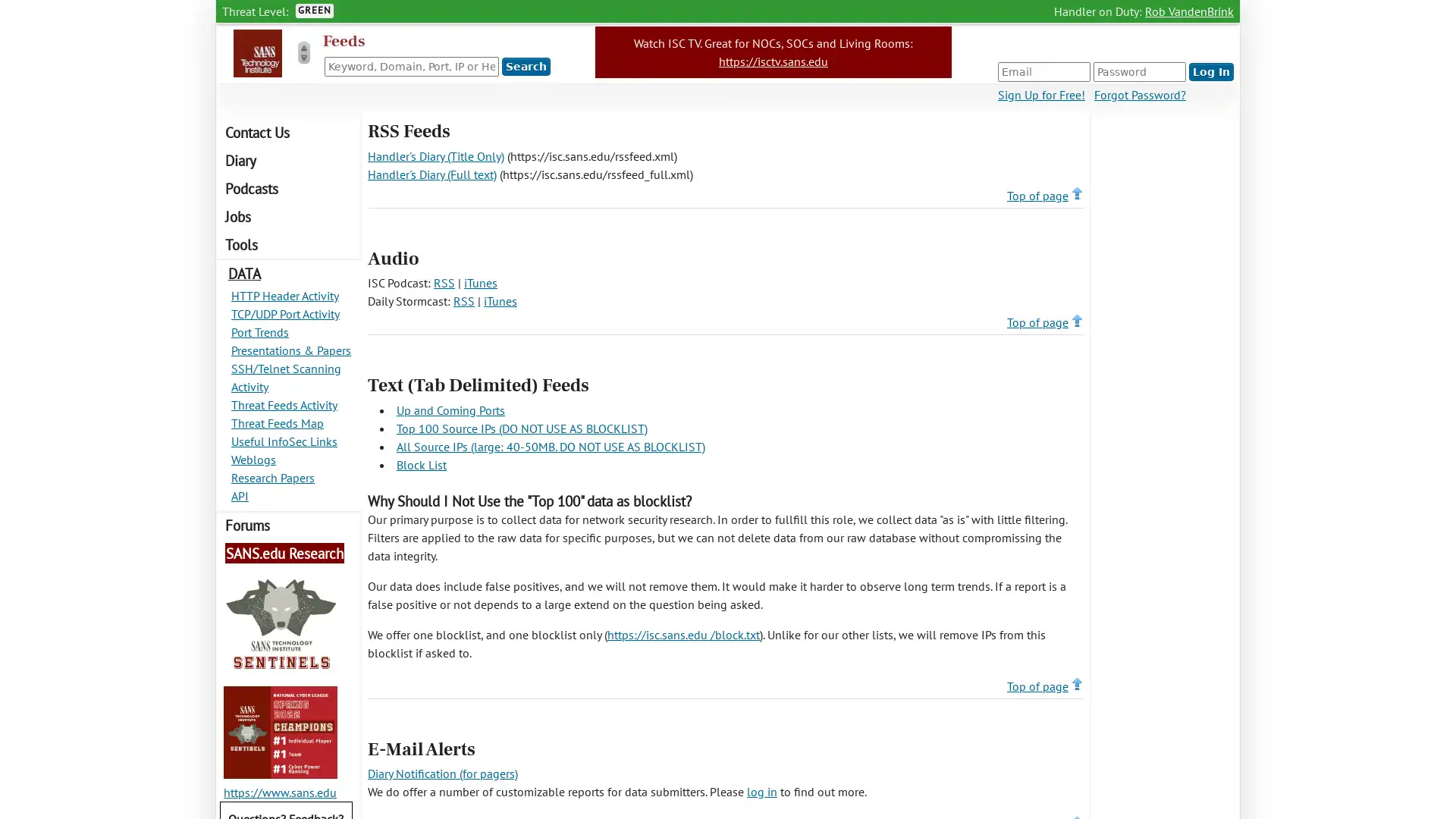 The height and width of the screenshot is (819, 1456). I want to click on Log In, so click(1210, 72).